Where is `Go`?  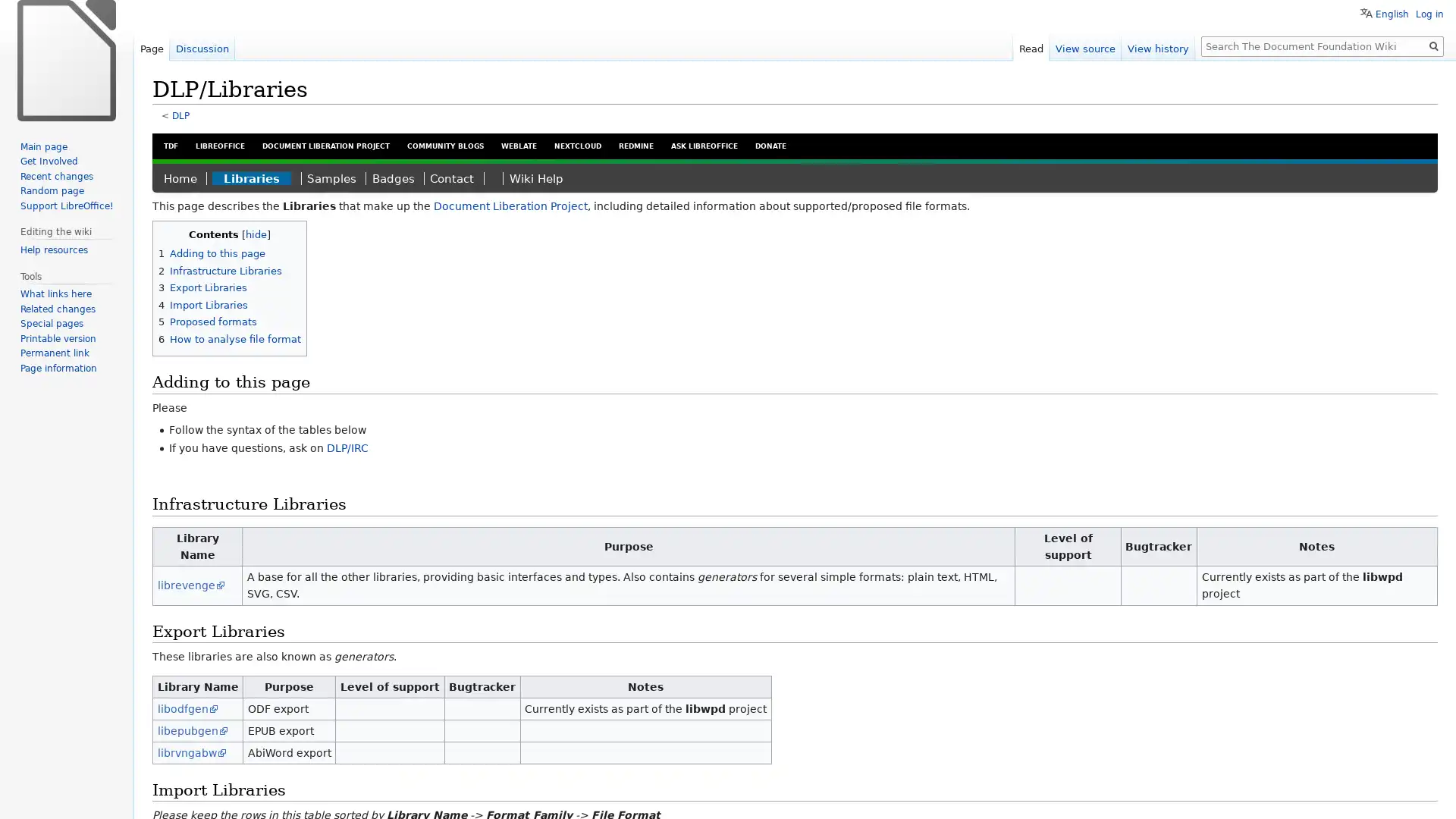 Go is located at coordinates (1433, 45).